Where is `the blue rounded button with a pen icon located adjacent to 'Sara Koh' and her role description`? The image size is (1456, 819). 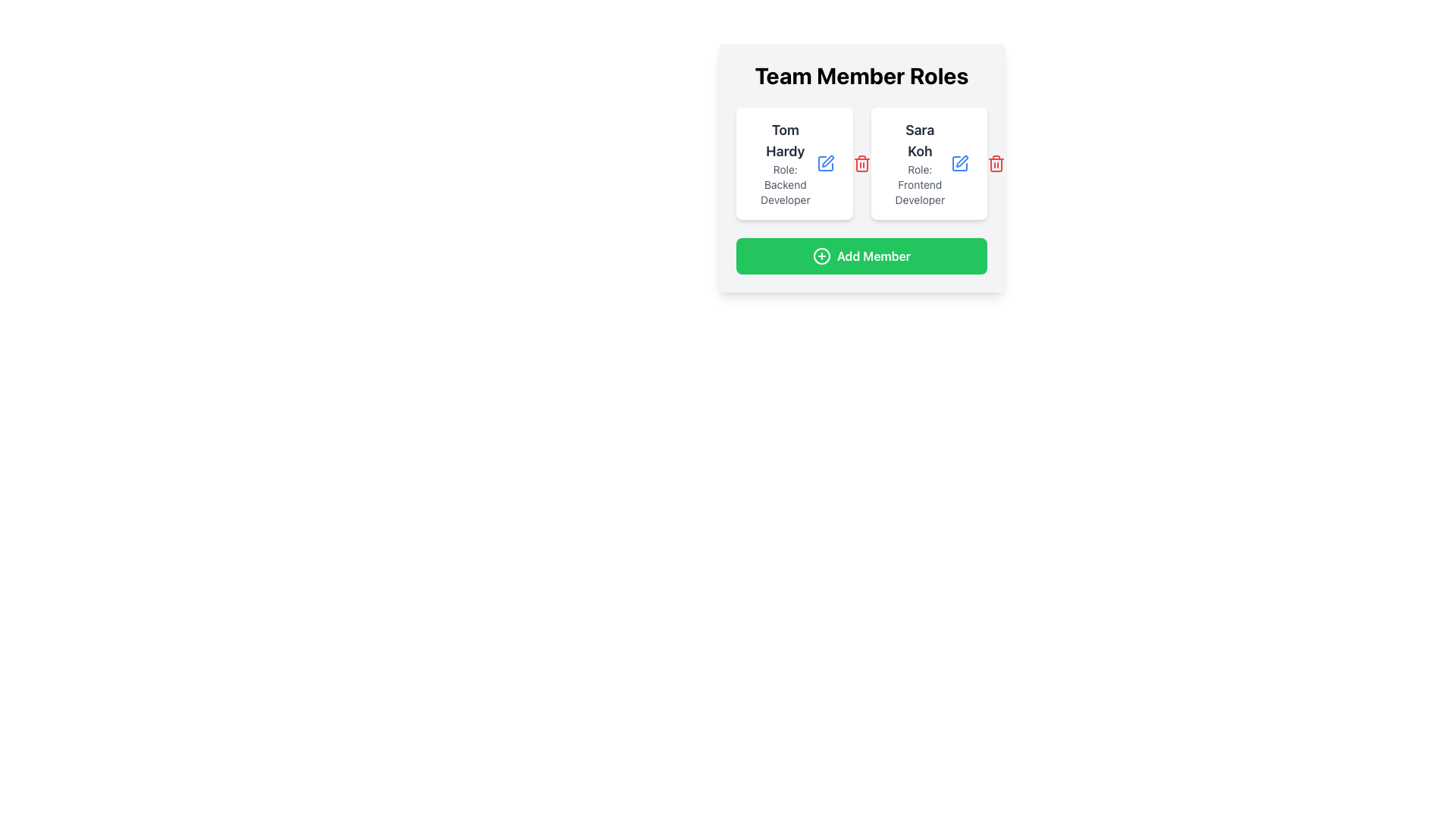 the blue rounded button with a pen icon located adjacent to 'Sara Koh' and her role description is located at coordinates (959, 164).